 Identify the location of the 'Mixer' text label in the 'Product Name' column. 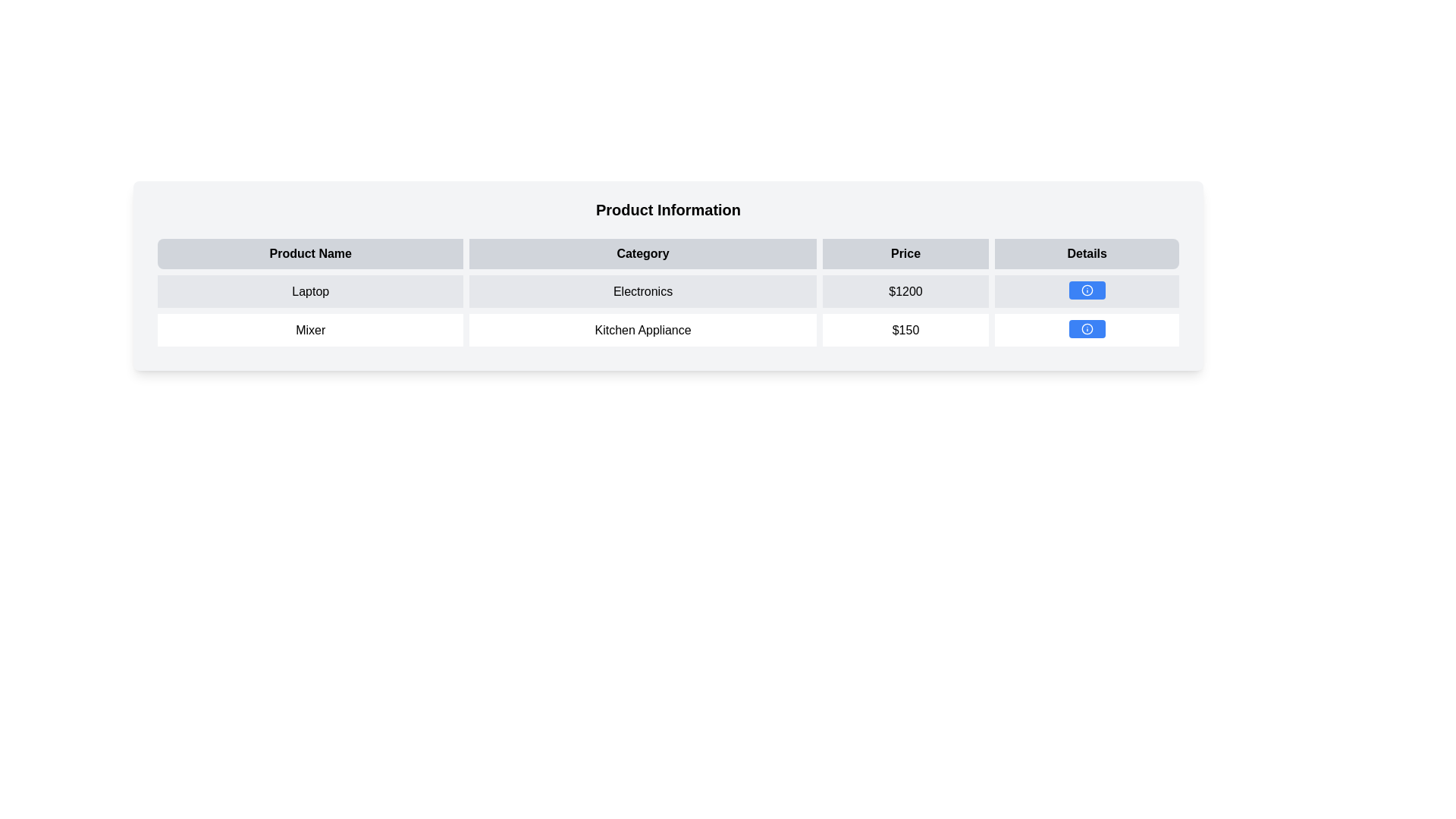
(309, 329).